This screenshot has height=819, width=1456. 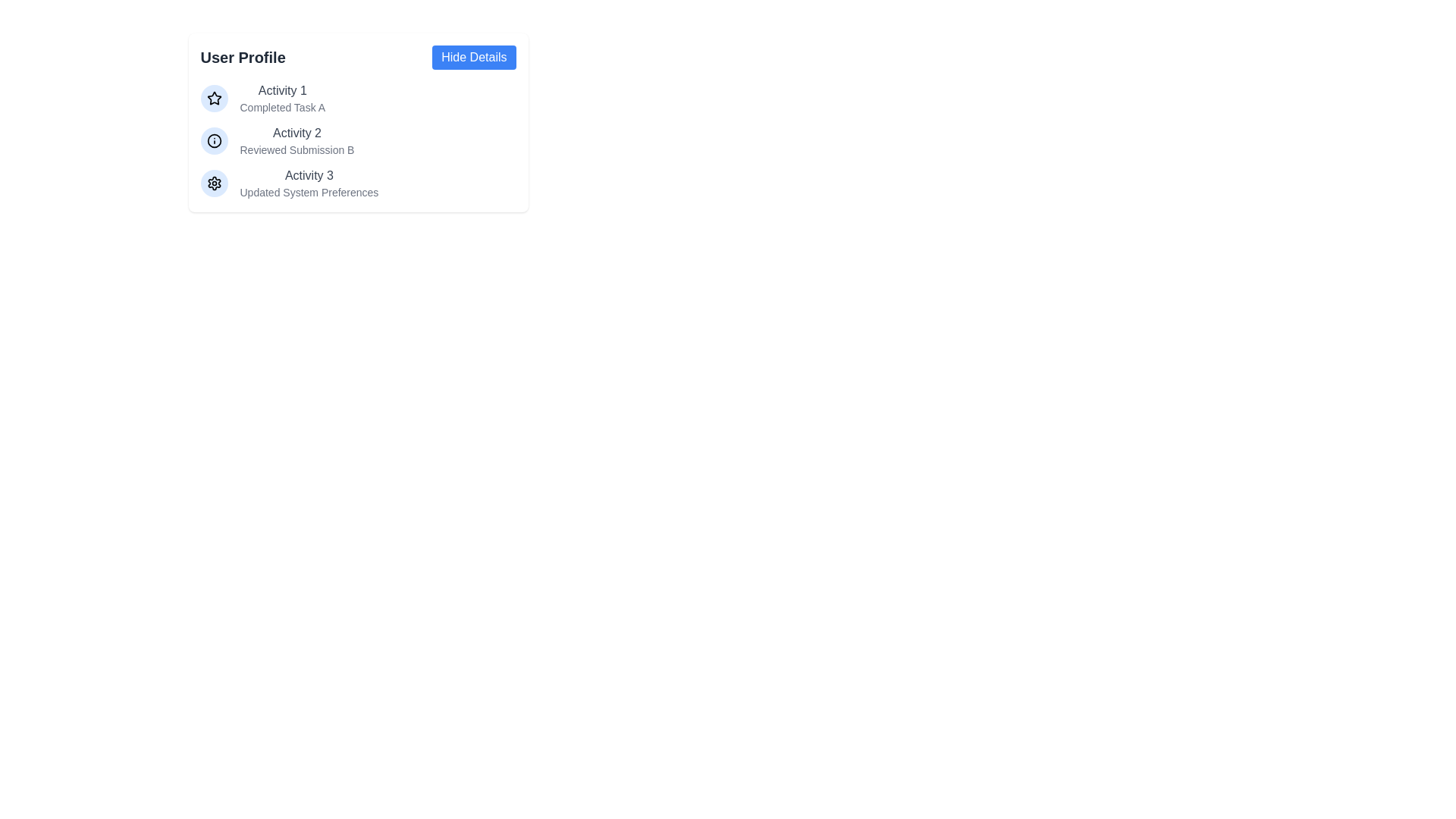 I want to click on the star icon, which serves as a visual indicator for 'Activity 1' in the User Profile section, positioned to the left of the label, so click(x=213, y=98).